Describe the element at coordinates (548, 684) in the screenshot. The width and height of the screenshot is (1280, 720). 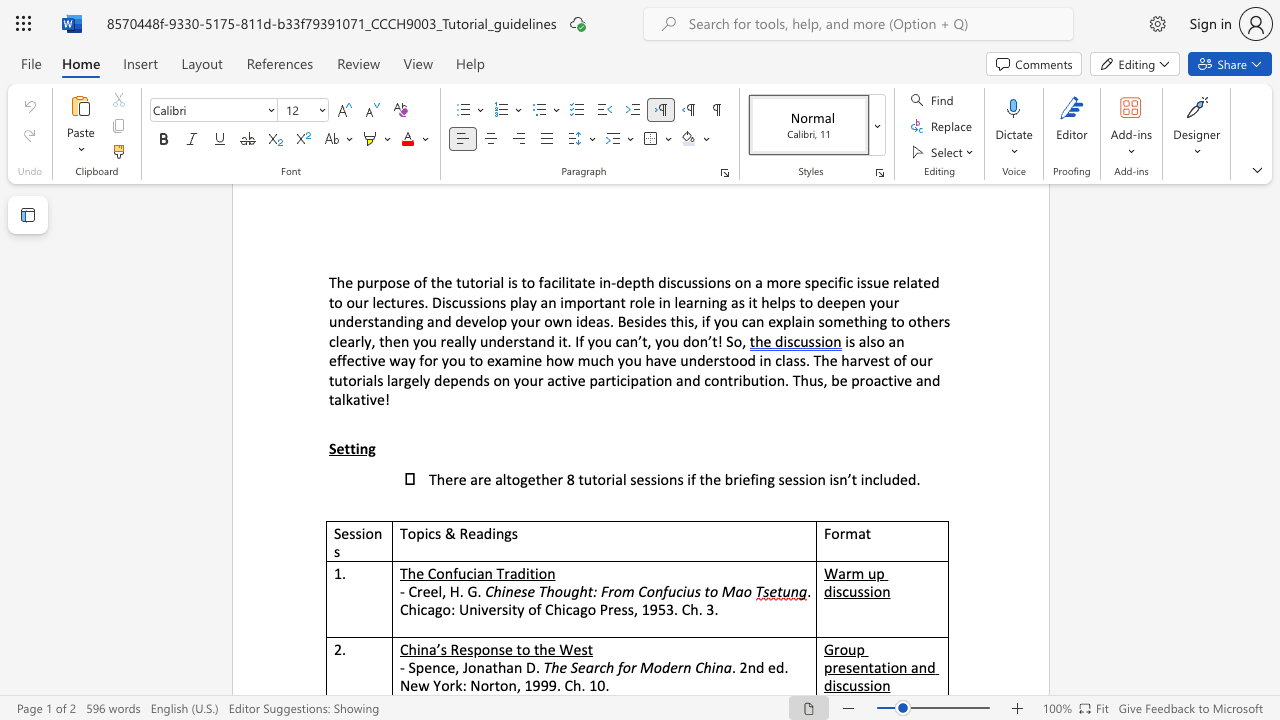
I see `the subset text "9. Ch." within the text ". 2nd ed. New York: Norton, 1999. Ch. 10."` at that location.